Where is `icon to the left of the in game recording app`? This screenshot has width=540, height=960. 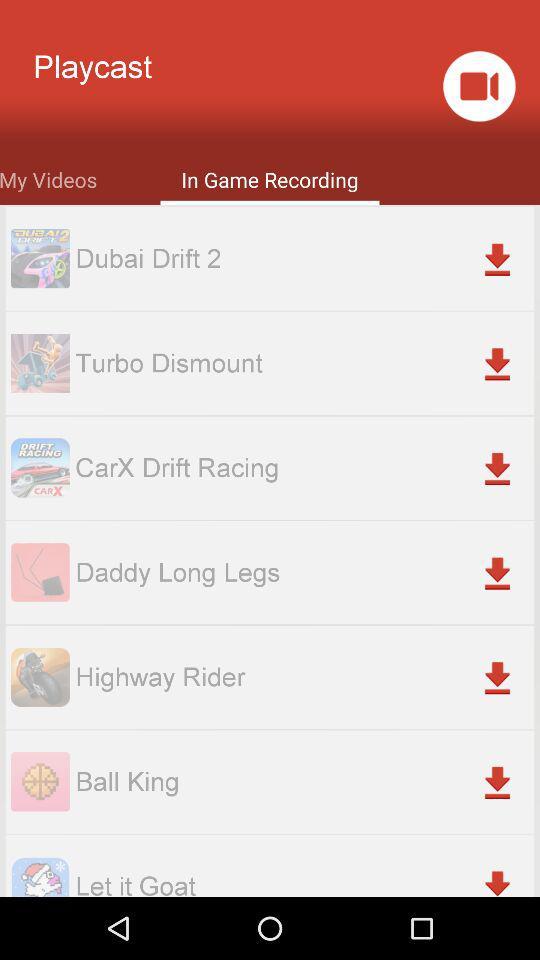
icon to the left of the in game recording app is located at coordinates (48, 177).